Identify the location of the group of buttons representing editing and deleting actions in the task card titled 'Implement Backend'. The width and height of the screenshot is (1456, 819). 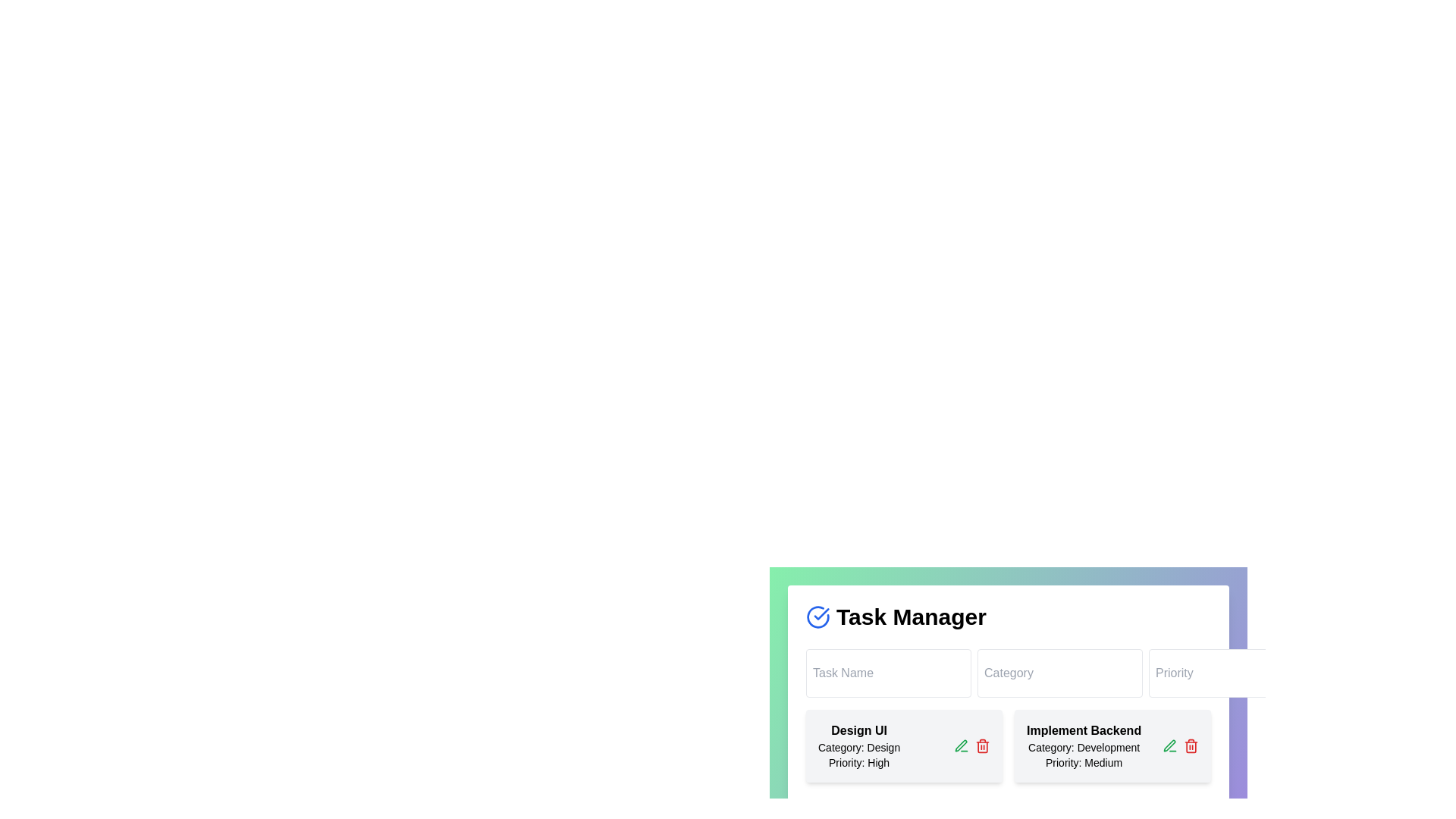
(1179, 745).